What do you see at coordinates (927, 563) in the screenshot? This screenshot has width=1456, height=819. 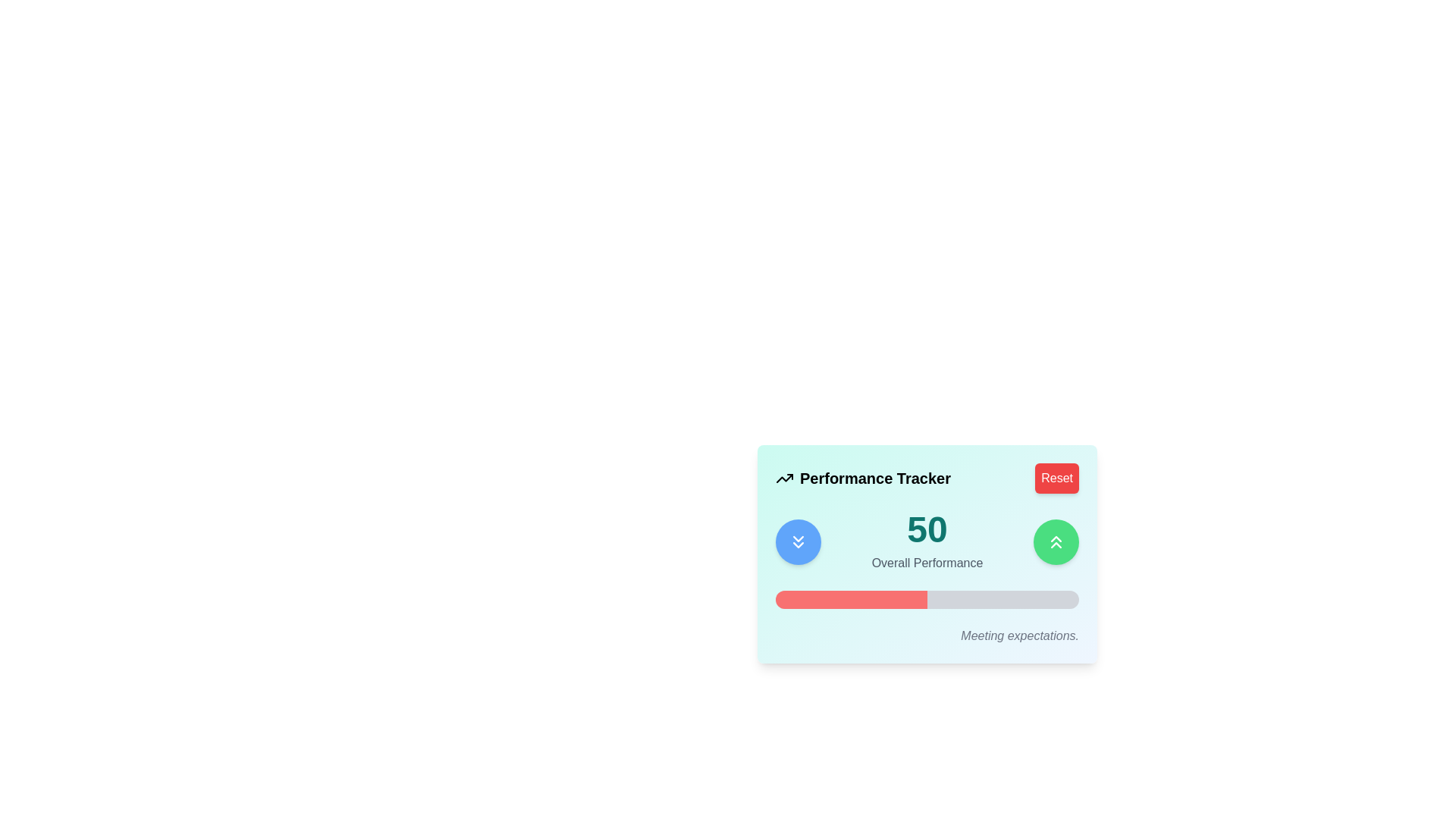 I see `the Label element displaying 'Overall Performance' that is styled in medium gray and positioned directly below the bold number '50'` at bounding box center [927, 563].